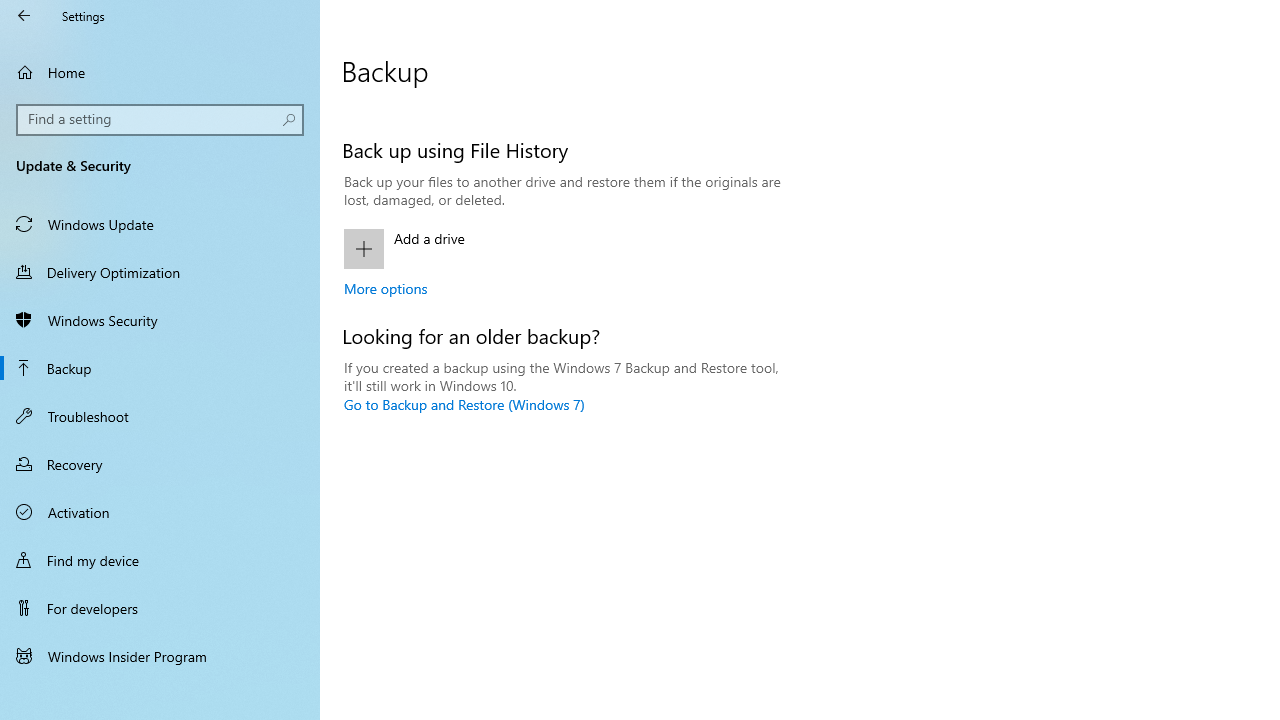 The image size is (1280, 720). I want to click on 'Windows Security', so click(160, 319).